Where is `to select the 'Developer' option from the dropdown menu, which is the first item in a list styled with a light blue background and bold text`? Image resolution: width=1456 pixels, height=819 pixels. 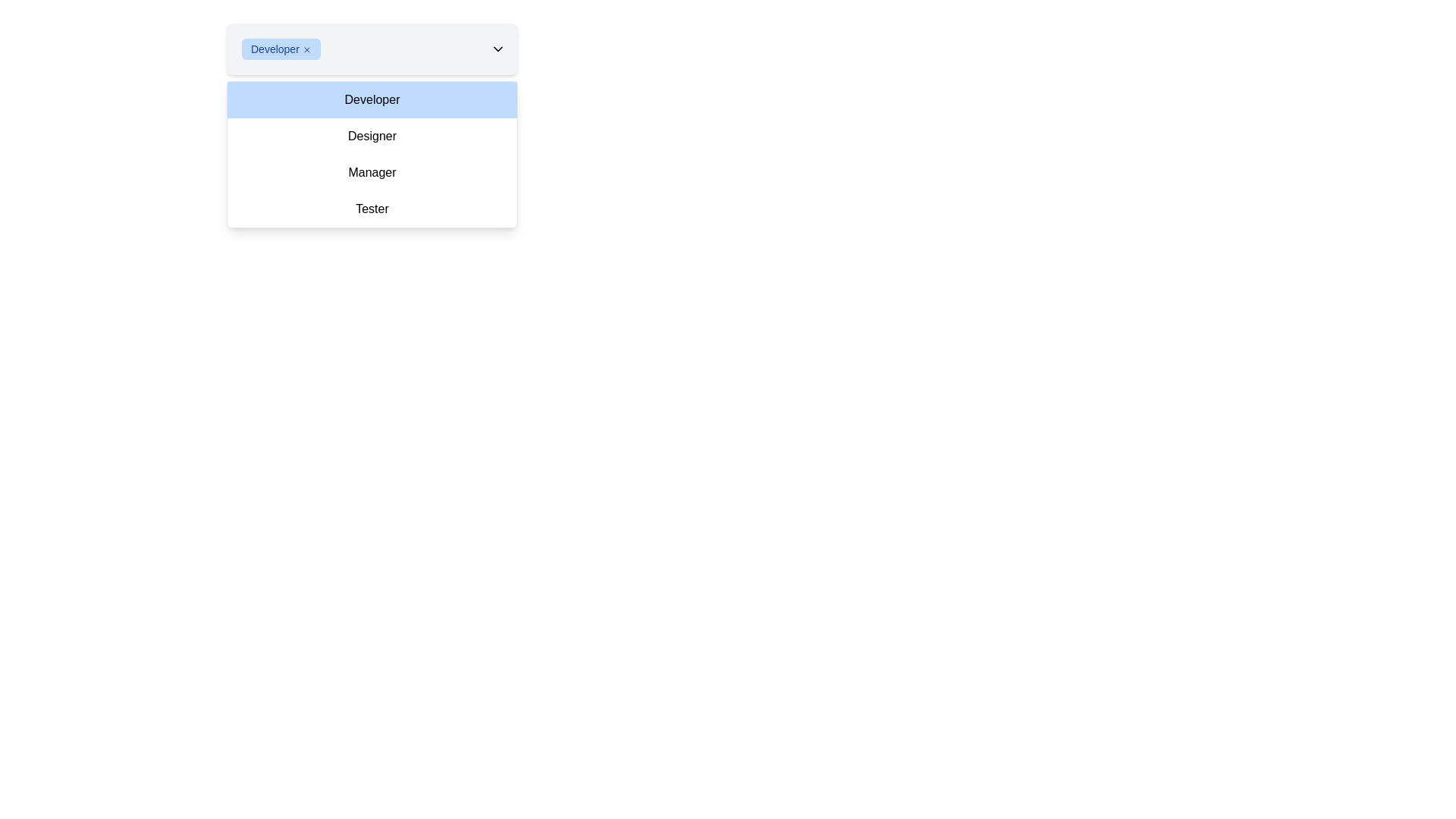
to select the 'Developer' option from the dropdown menu, which is the first item in a list styled with a light blue background and bold text is located at coordinates (372, 99).